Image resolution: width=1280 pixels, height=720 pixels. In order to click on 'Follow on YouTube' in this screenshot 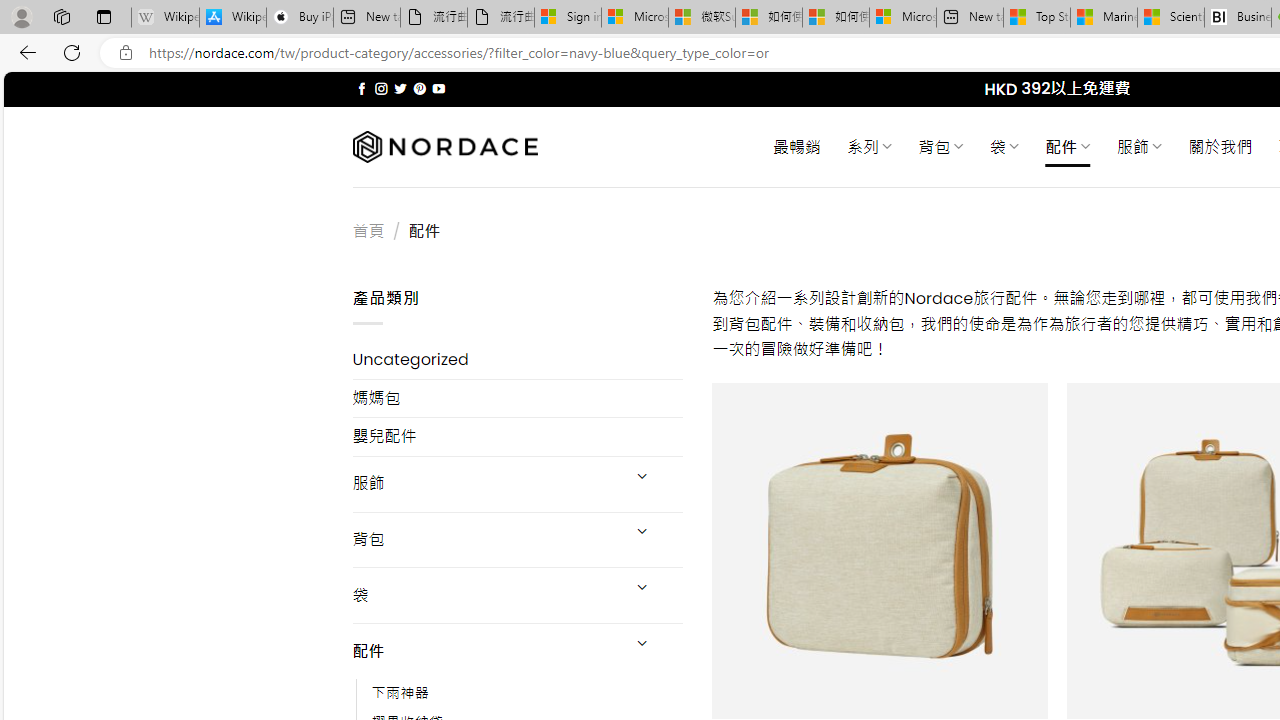, I will do `click(438, 88)`.